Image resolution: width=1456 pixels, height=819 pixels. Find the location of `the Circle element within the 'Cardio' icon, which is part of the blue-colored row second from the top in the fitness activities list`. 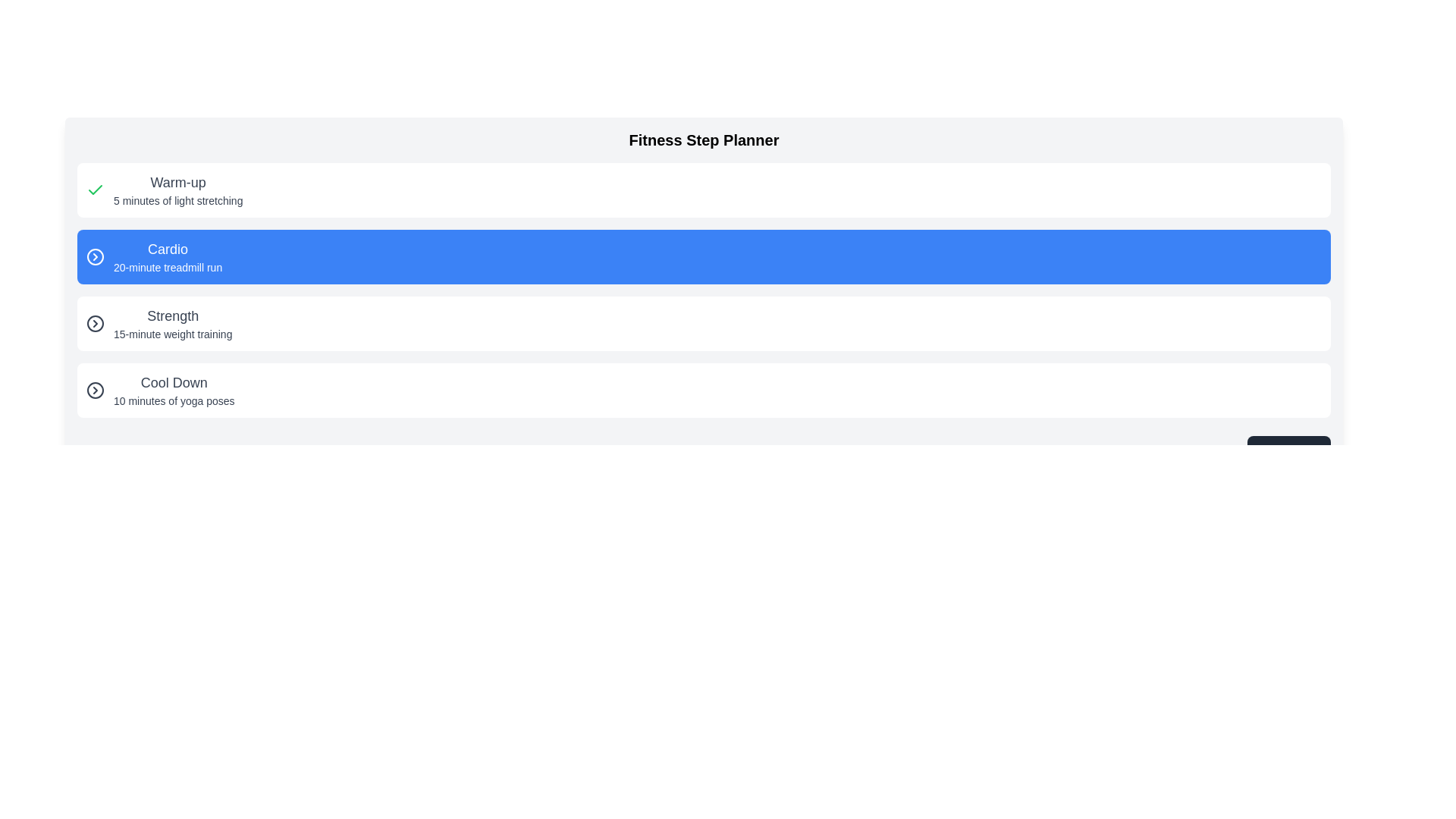

the Circle element within the 'Cardio' icon, which is part of the blue-colored row second from the top in the fitness activities list is located at coordinates (94, 256).